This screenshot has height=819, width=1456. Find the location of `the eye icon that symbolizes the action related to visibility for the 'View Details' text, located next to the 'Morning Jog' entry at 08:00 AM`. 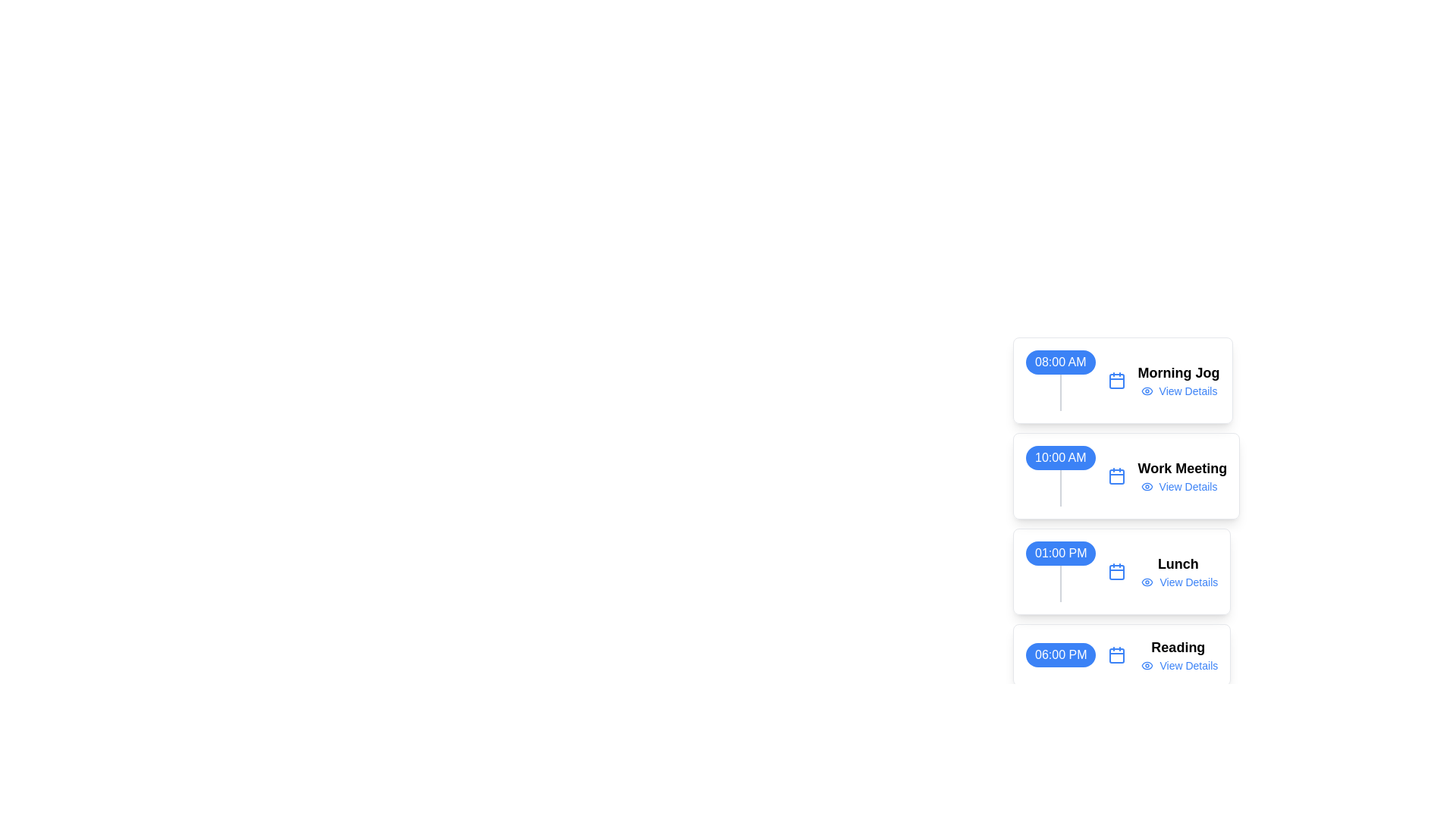

the eye icon that symbolizes the action related to visibility for the 'View Details' text, located next to the 'Morning Jog' entry at 08:00 AM is located at coordinates (1147, 391).